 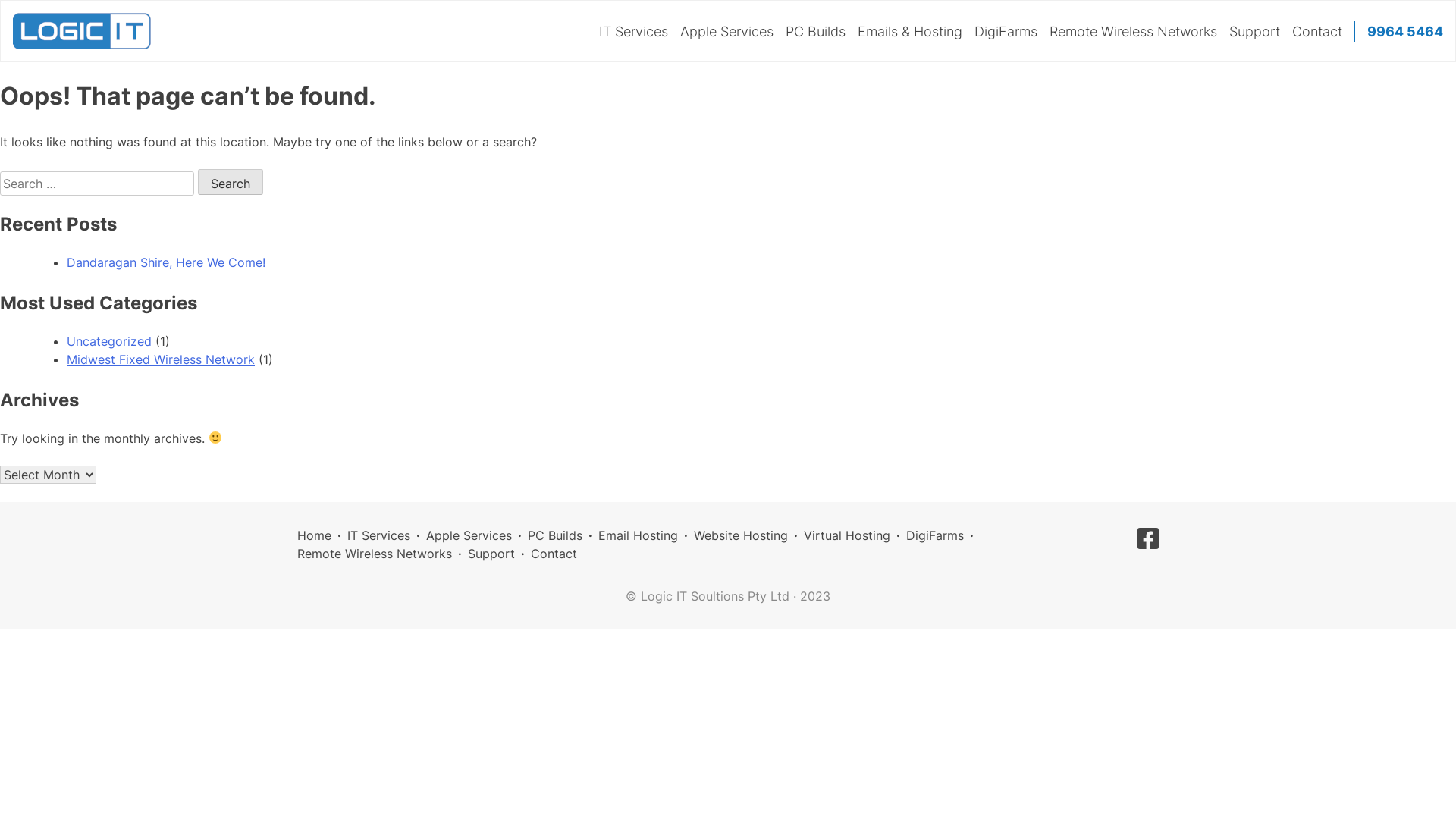 I want to click on 'DigiFarms', so click(x=934, y=534).